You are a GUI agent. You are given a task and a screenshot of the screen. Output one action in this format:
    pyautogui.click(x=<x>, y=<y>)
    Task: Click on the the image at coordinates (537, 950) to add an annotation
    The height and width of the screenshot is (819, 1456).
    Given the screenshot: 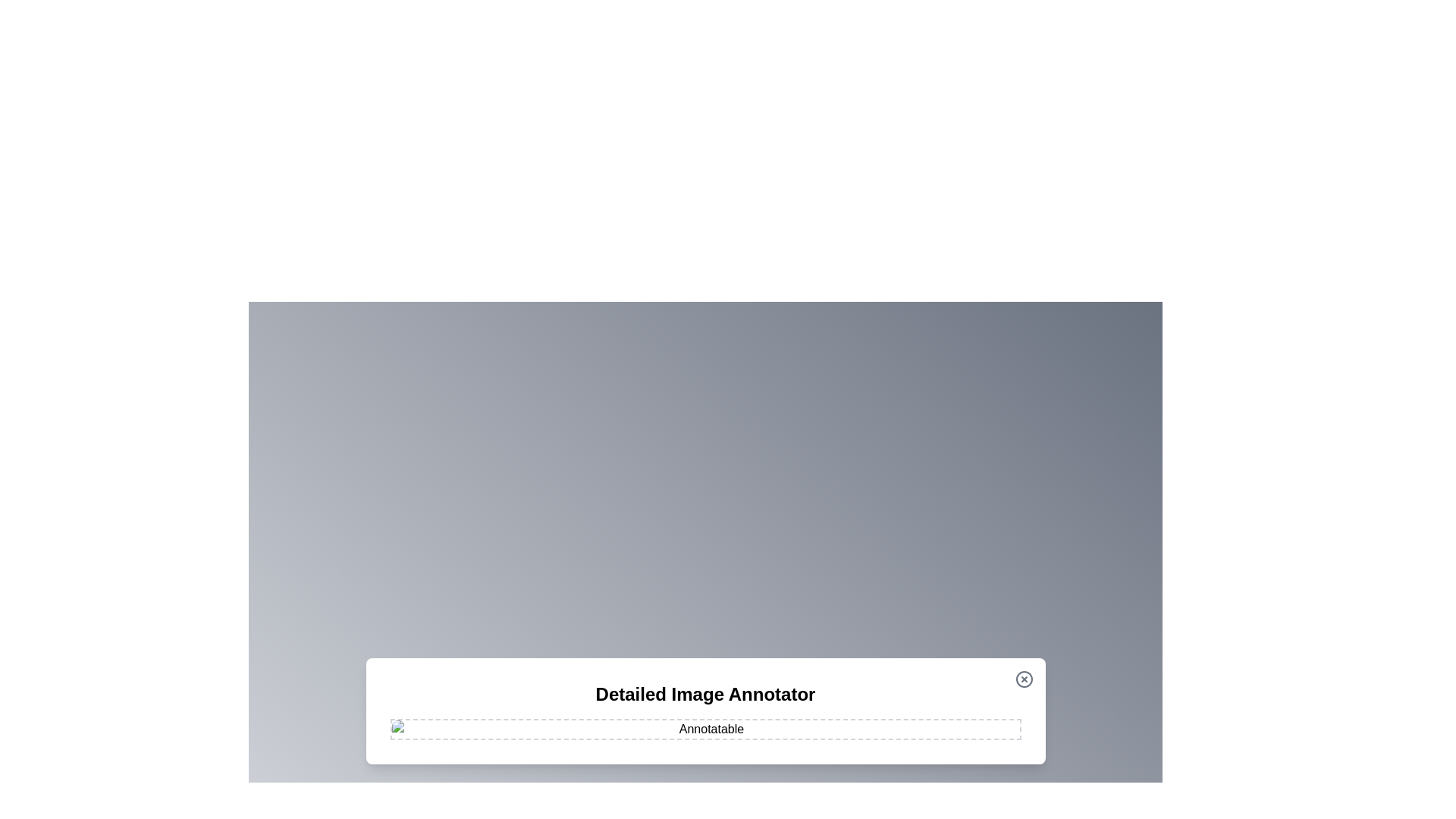 What is the action you would take?
    pyautogui.click(x=407, y=719)
    